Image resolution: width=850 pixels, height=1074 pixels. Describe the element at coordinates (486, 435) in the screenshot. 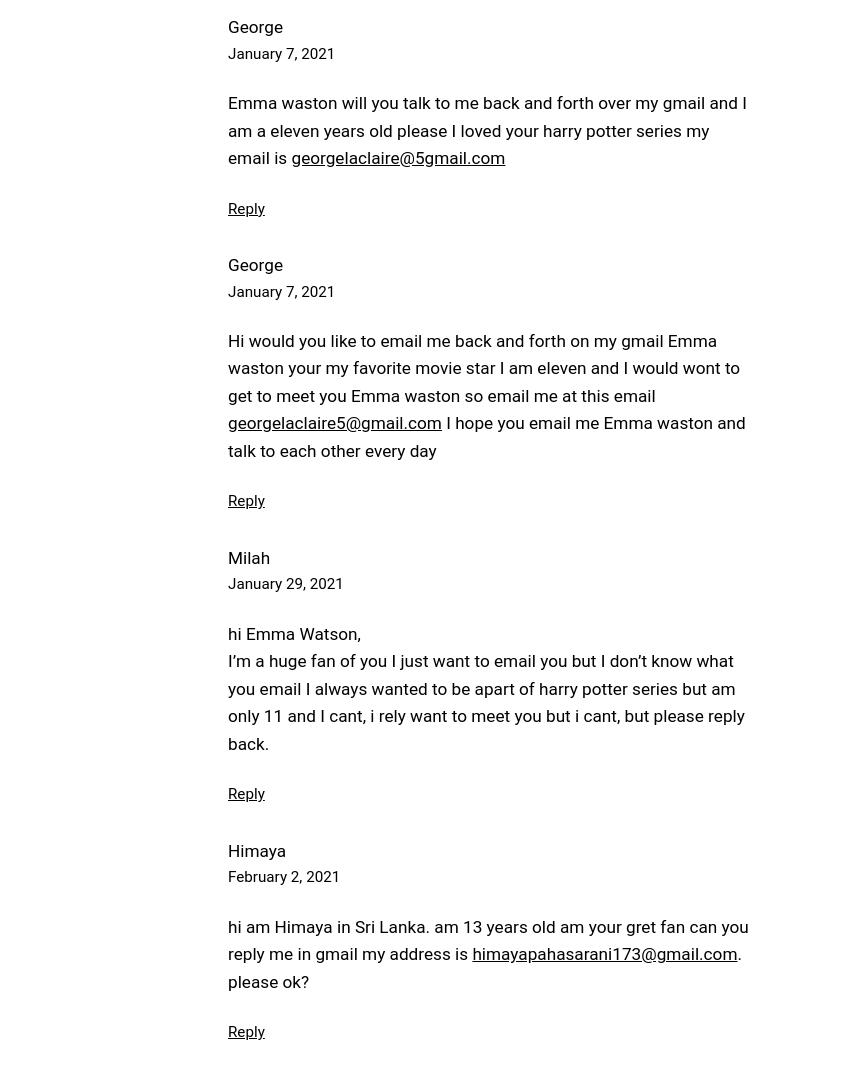

I see `'I hope you email me Emma waston and talk to each other every day'` at that location.